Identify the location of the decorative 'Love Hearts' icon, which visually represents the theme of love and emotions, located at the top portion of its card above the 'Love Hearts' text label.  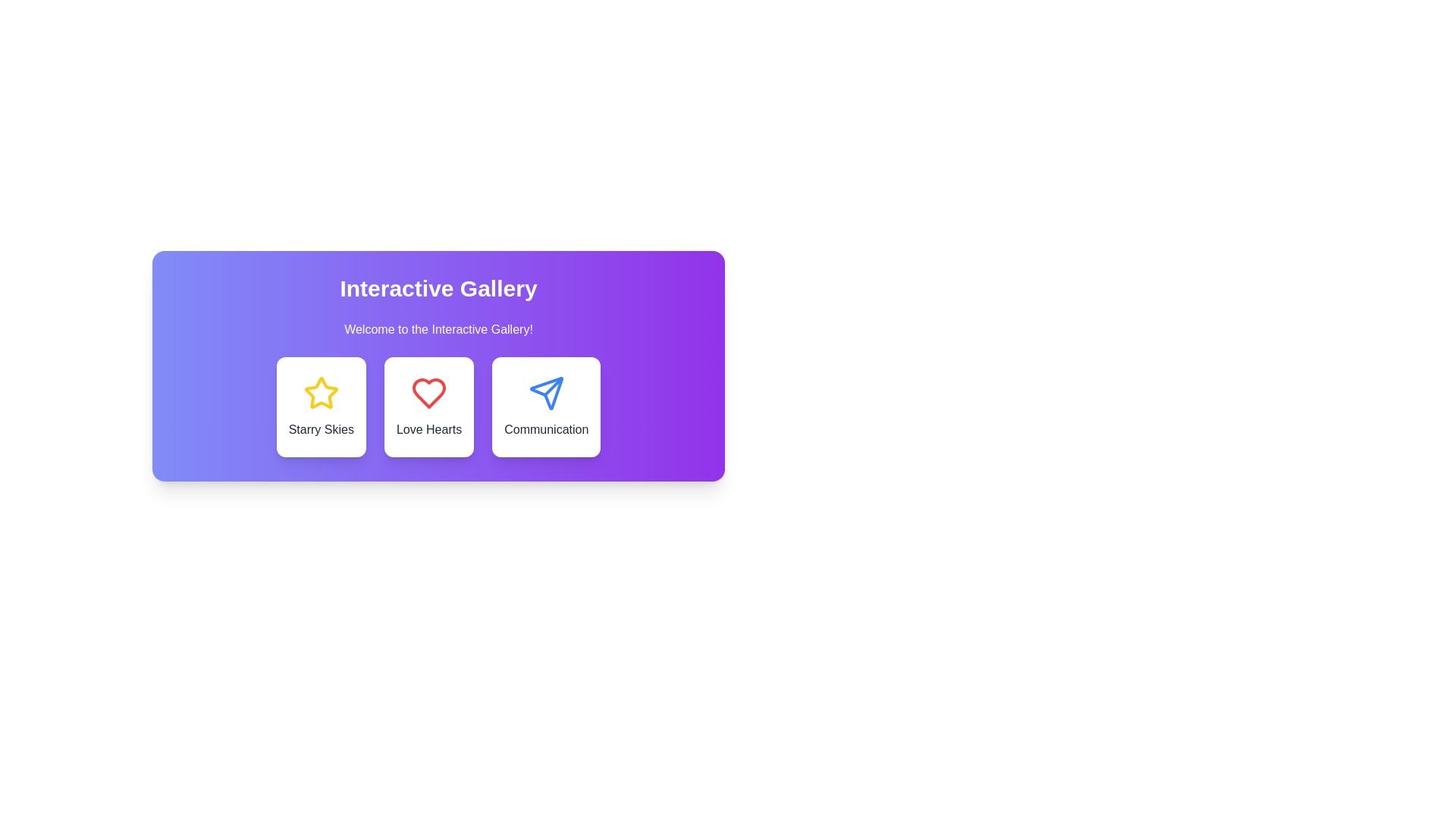
(428, 393).